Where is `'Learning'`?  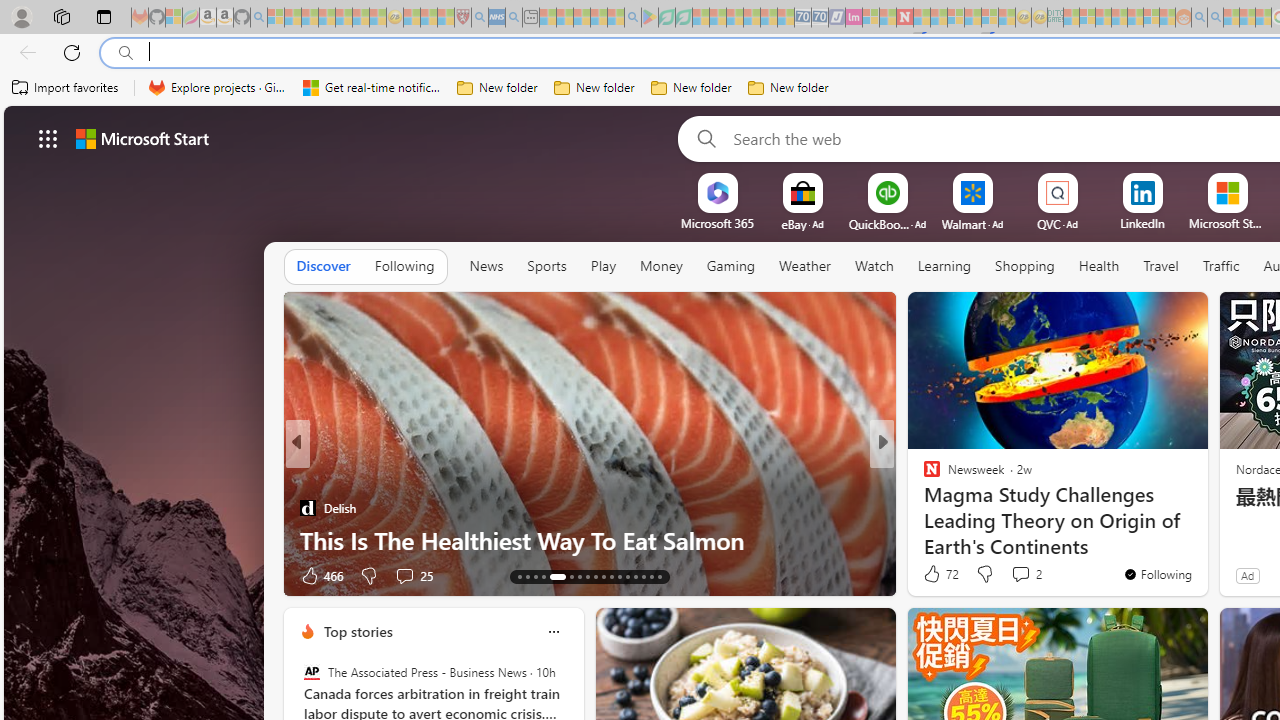 'Learning' is located at coordinates (943, 266).